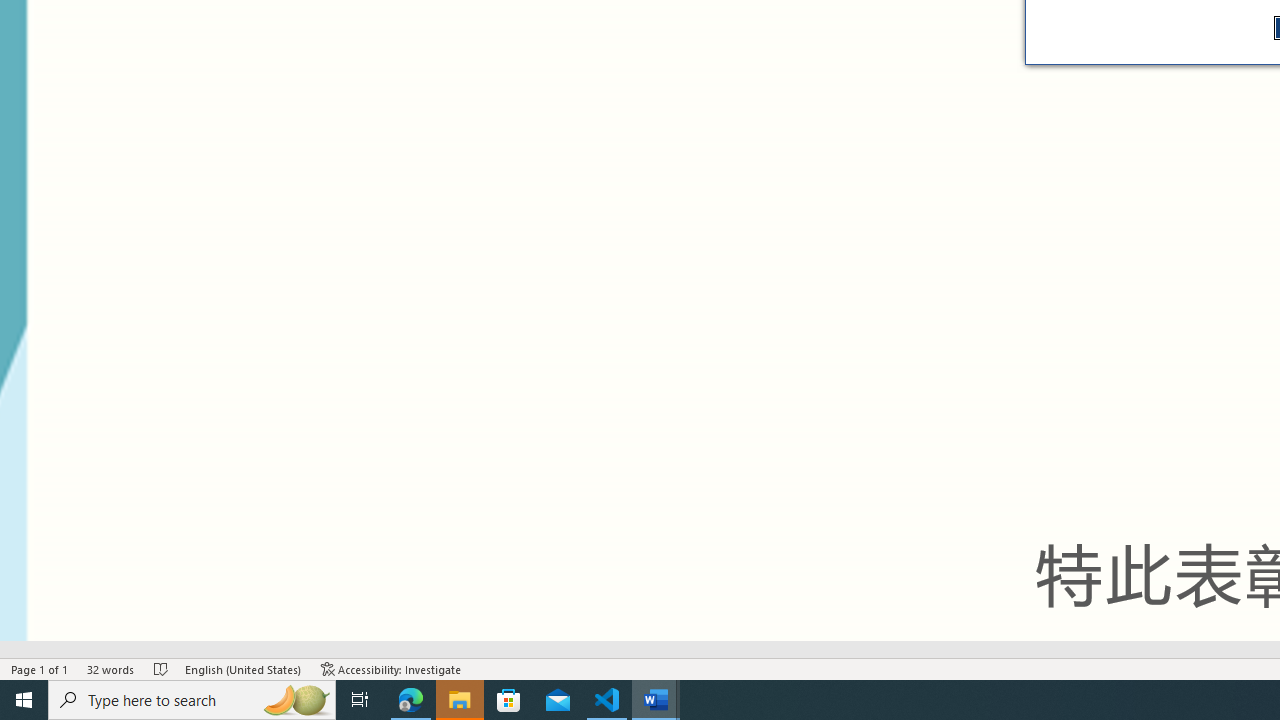 The width and height of the screenshot is (1280, 720). Describe the element at coordinates (606, 698) in the screenshot. I see `'Visual Studio Code - 1 running window'` at that location.